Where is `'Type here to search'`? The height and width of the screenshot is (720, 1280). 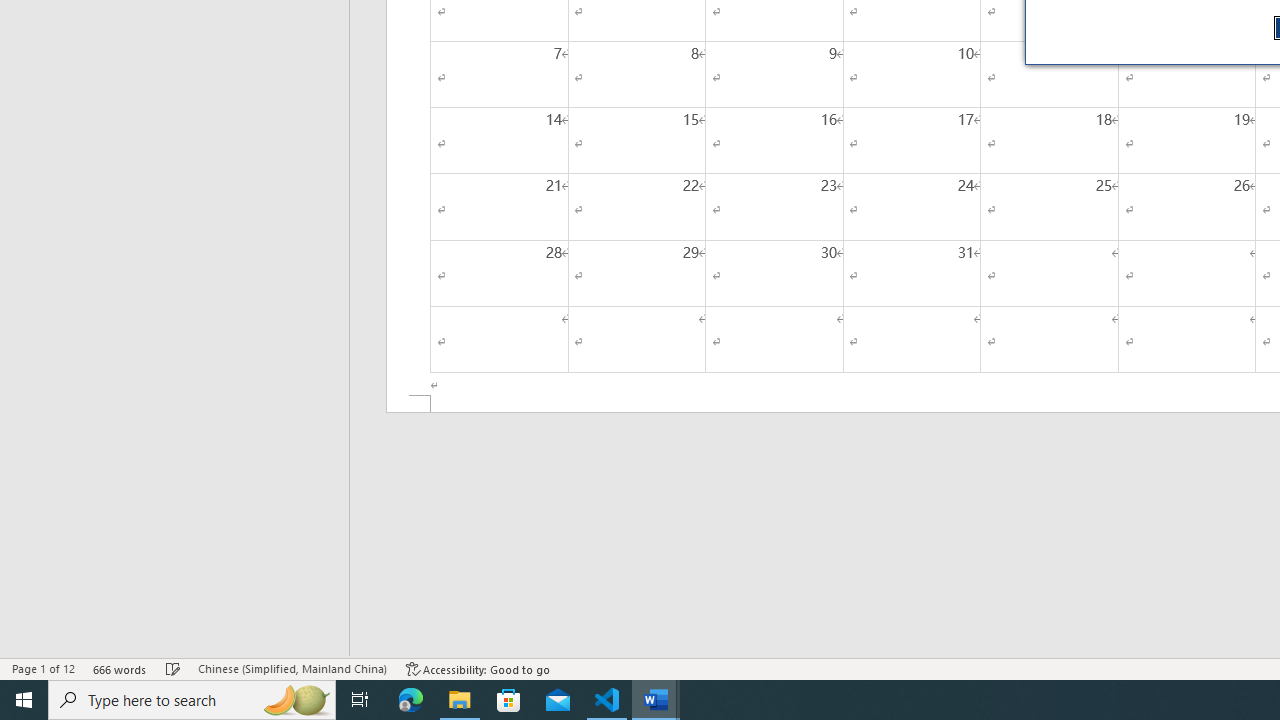 'Type here to search' is located at coordinates (192, 698).